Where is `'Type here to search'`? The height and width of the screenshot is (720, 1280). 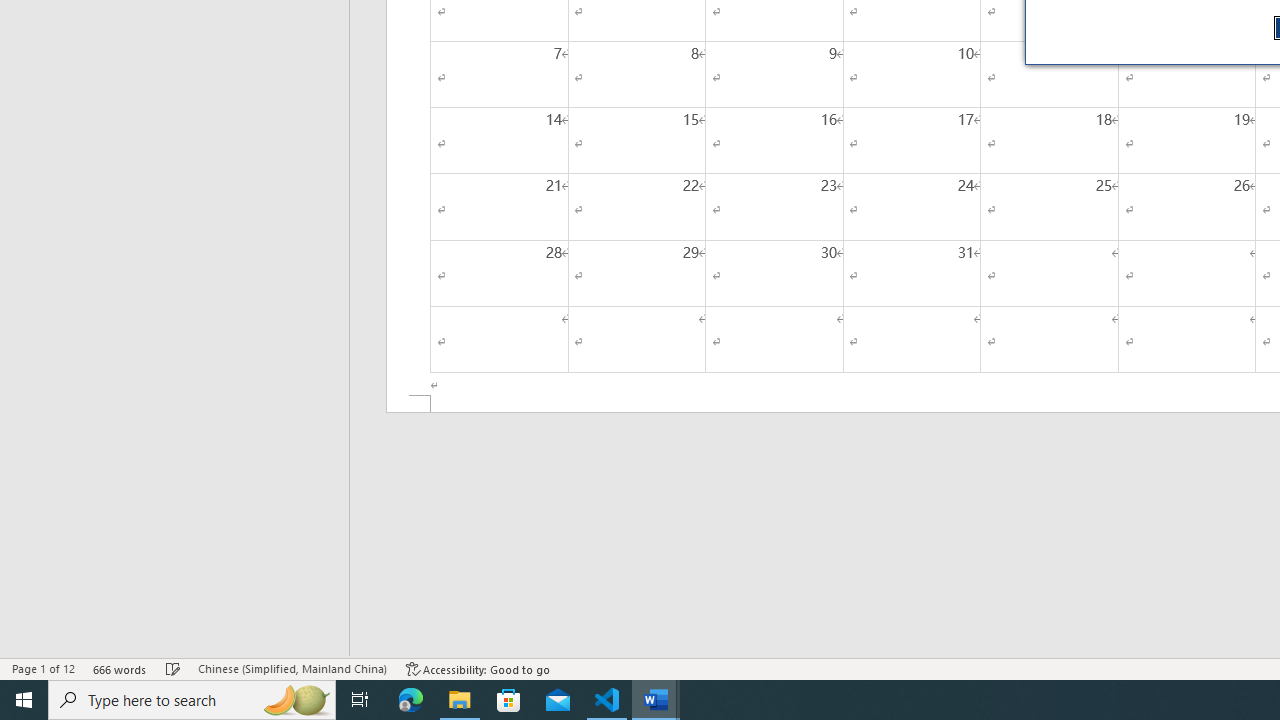 'Type here to search' is located at coordinates (192, 698).